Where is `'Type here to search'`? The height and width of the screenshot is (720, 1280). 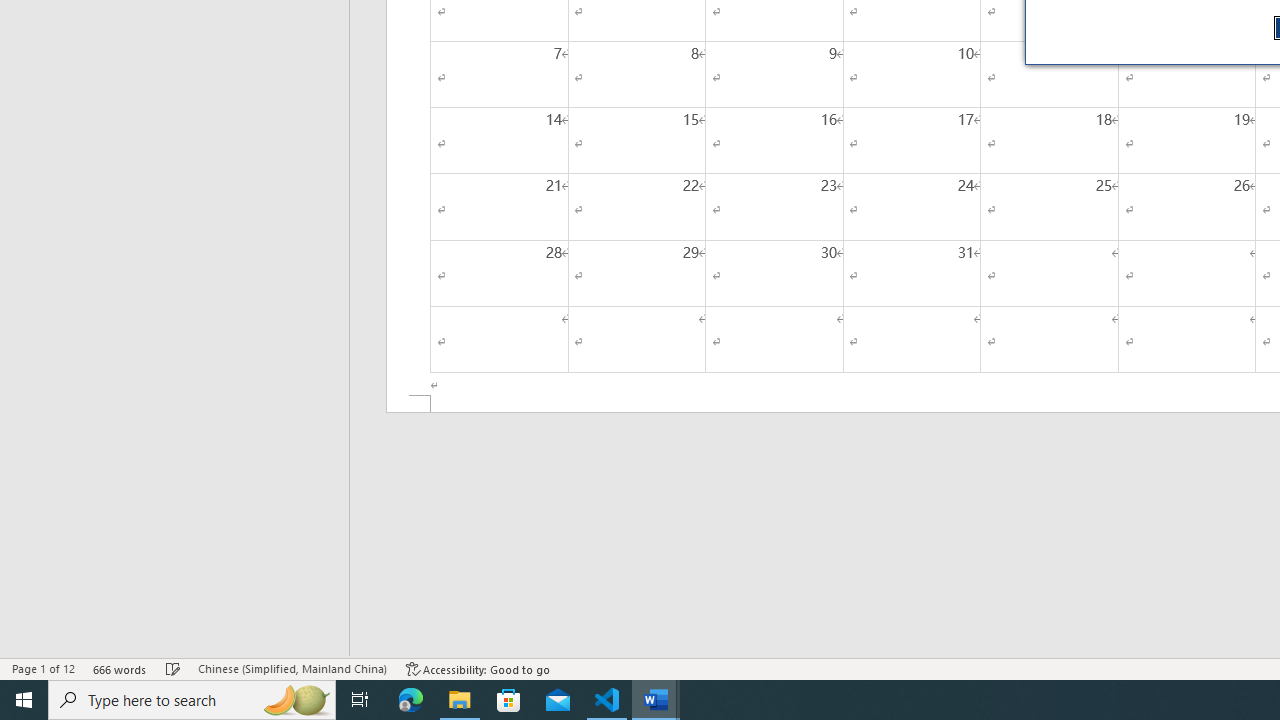 'Type here to search' is located at coordinates (192, 698).